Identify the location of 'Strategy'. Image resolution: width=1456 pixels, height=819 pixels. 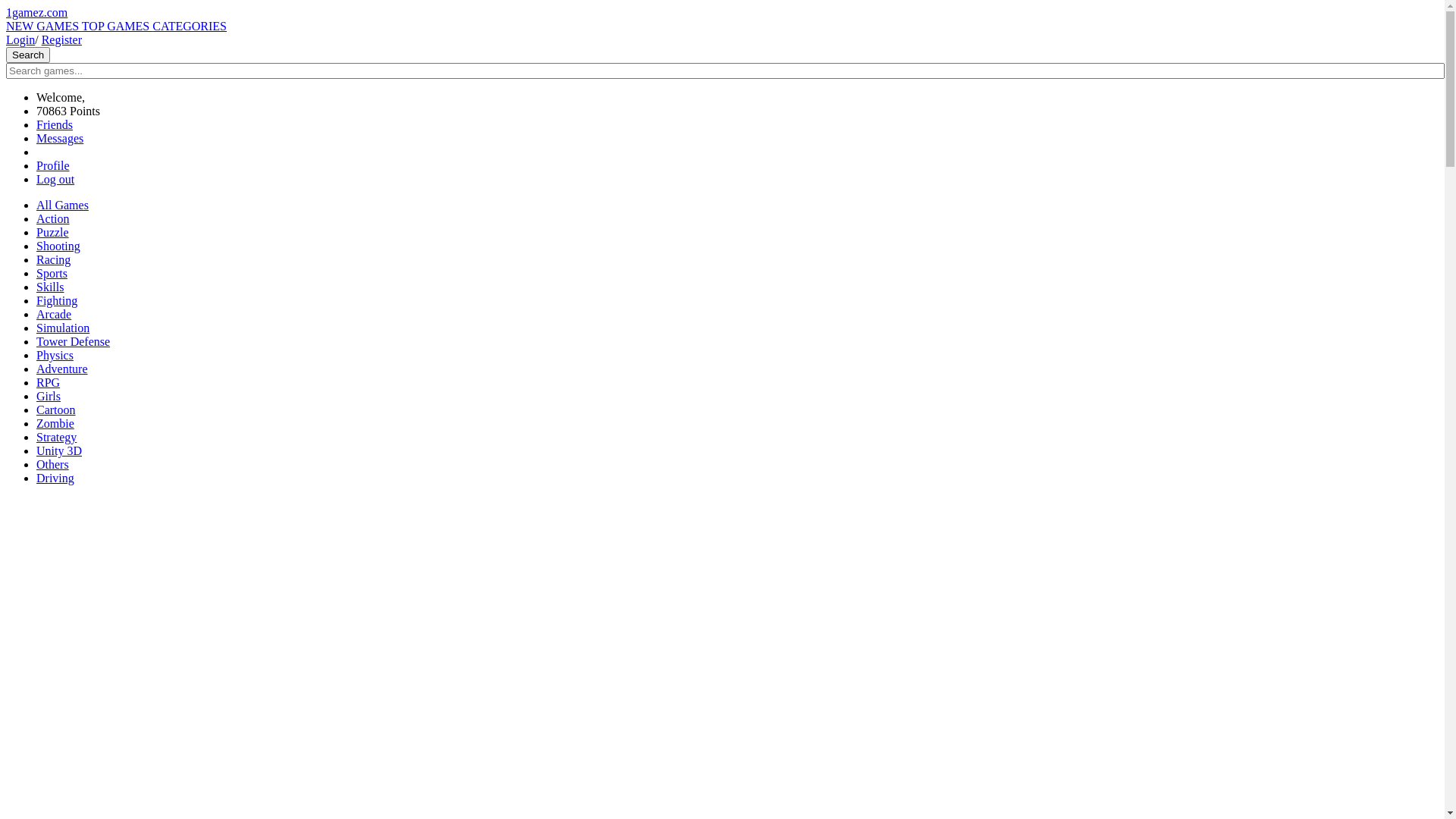
(36, 437).